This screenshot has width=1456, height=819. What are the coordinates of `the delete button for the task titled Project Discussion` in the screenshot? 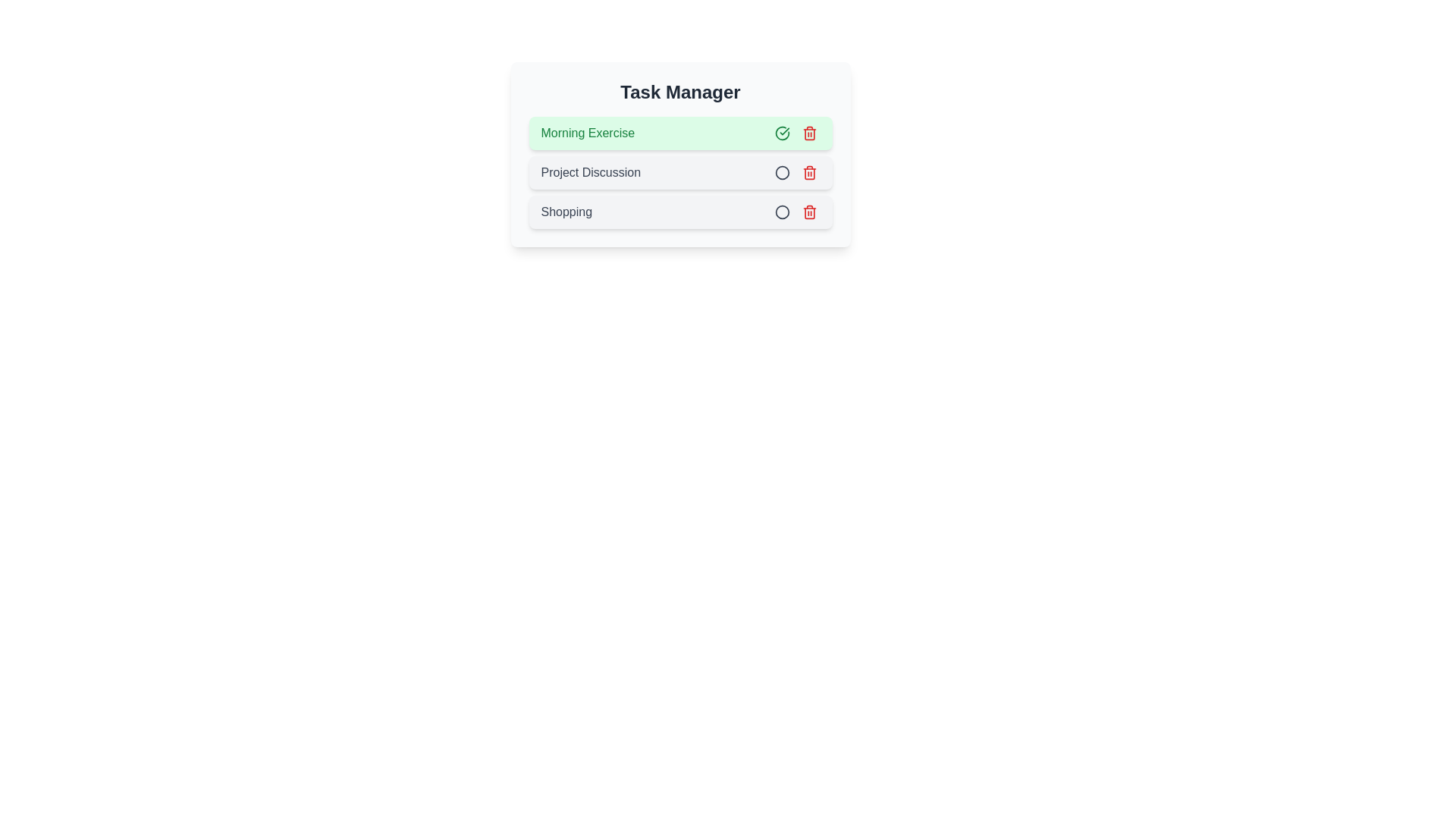 It's located at (808, 171).